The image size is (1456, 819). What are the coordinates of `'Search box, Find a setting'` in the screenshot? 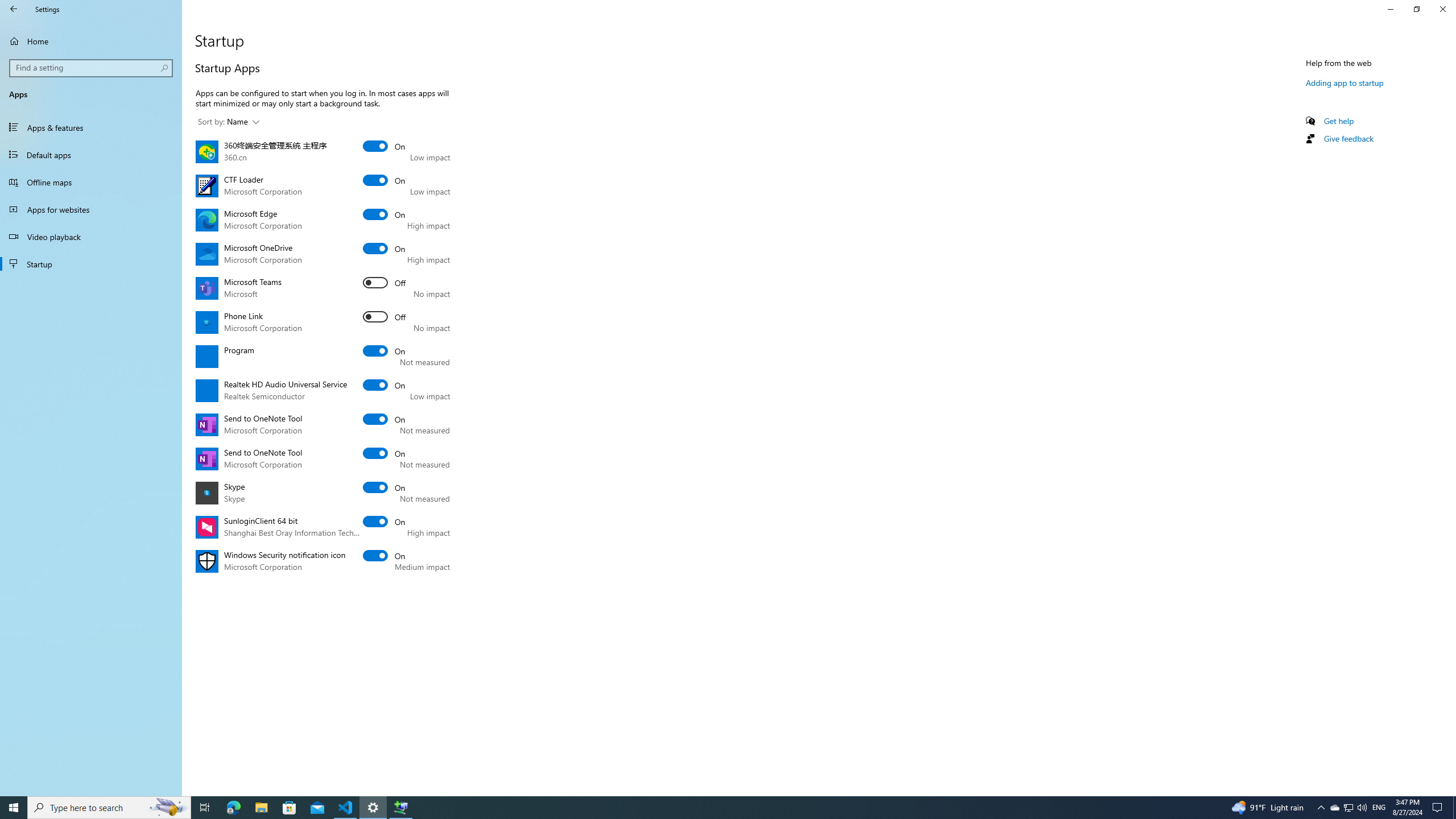 It's located at (91, 67).